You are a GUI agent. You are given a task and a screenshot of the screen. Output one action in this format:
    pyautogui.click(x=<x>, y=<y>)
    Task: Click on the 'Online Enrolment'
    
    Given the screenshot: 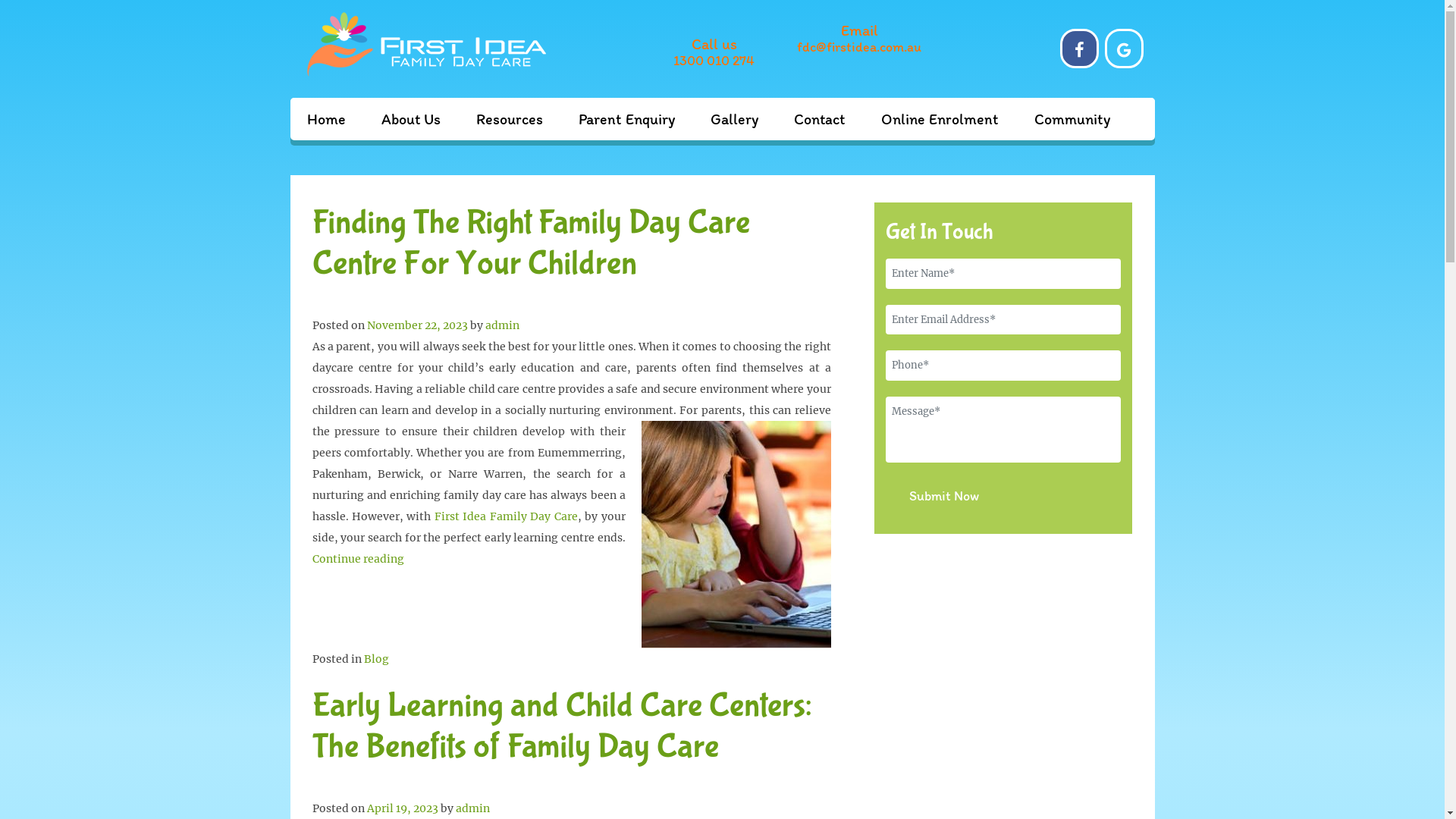 What is the action you would take?
    pyautogui.click(x=939, y=118)
    